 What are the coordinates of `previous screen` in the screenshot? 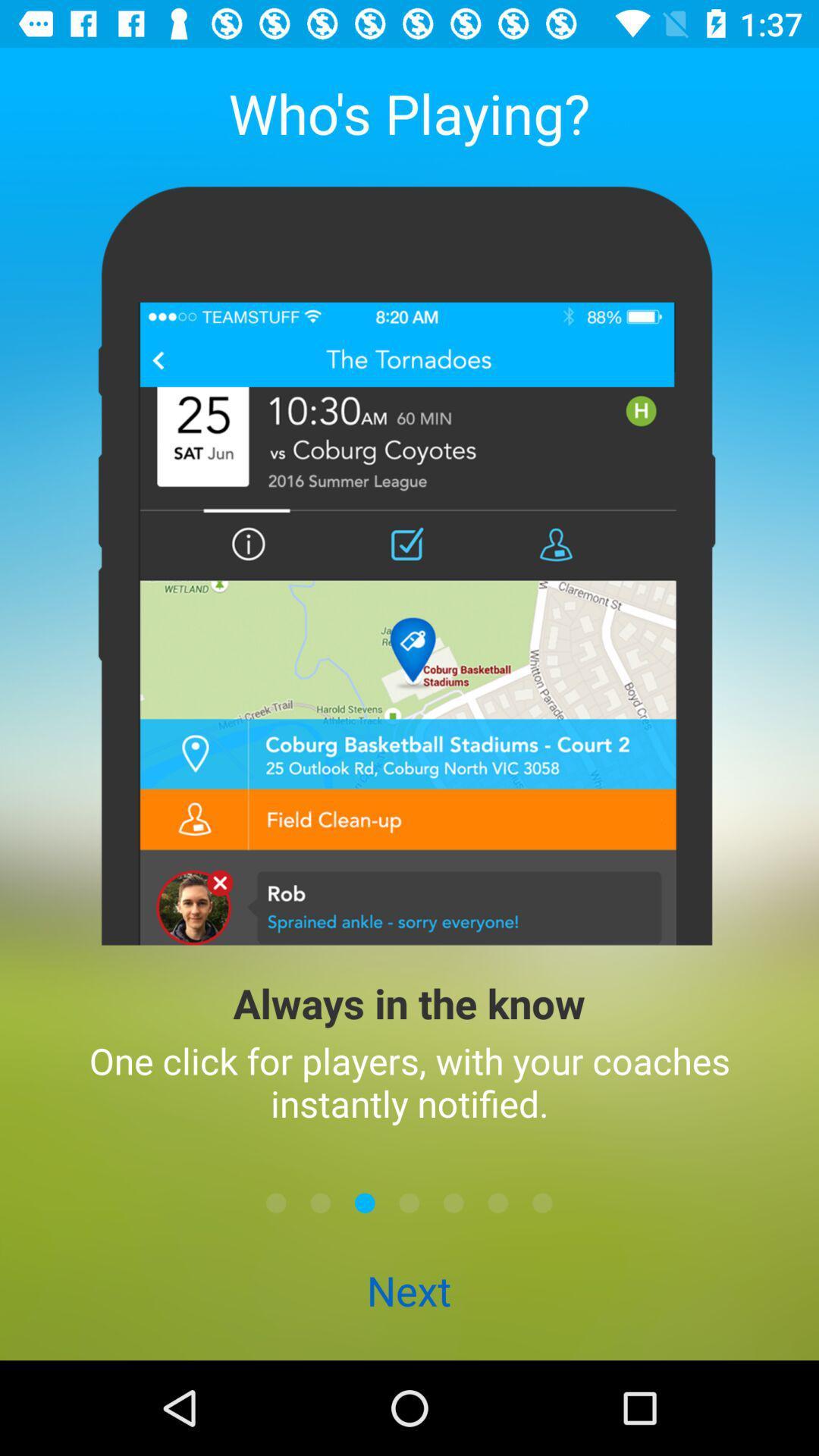 It's located at (320, 1202).